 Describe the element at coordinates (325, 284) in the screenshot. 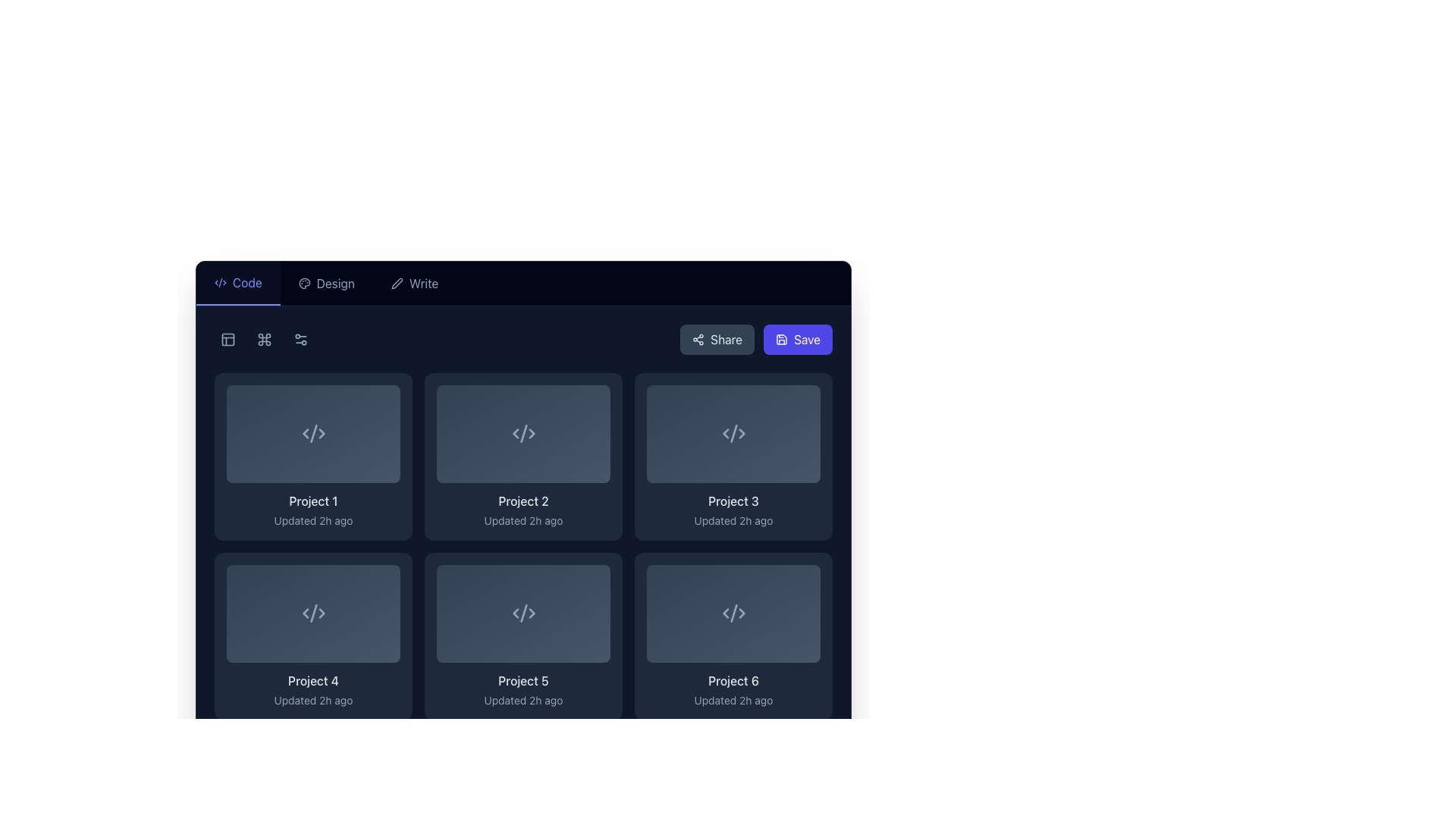

I see `the Navigation Button in the horizontal navigation bar` at that location.